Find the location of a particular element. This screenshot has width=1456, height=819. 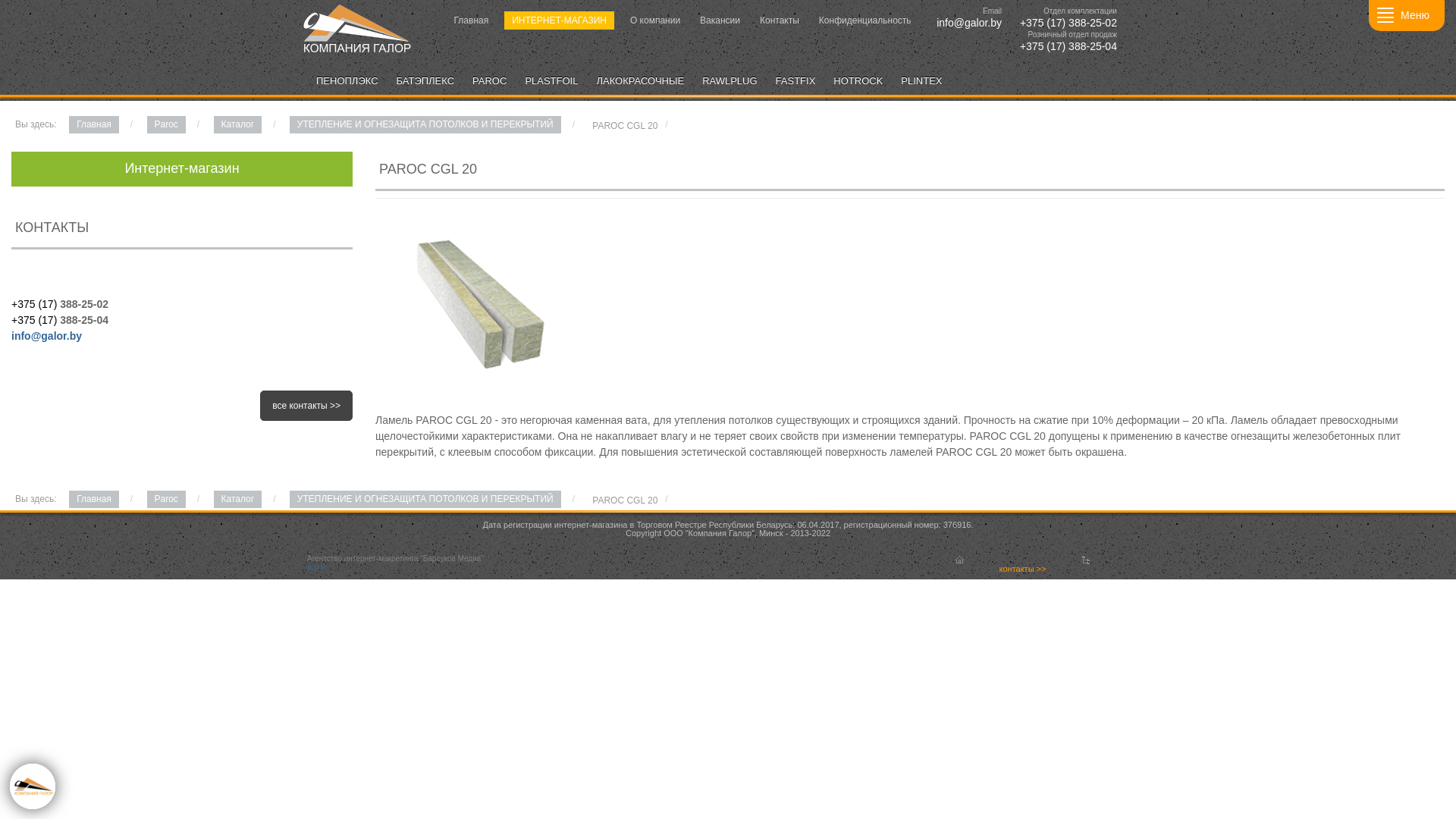

'HOTROCK' is located at coordinates (827, 81).